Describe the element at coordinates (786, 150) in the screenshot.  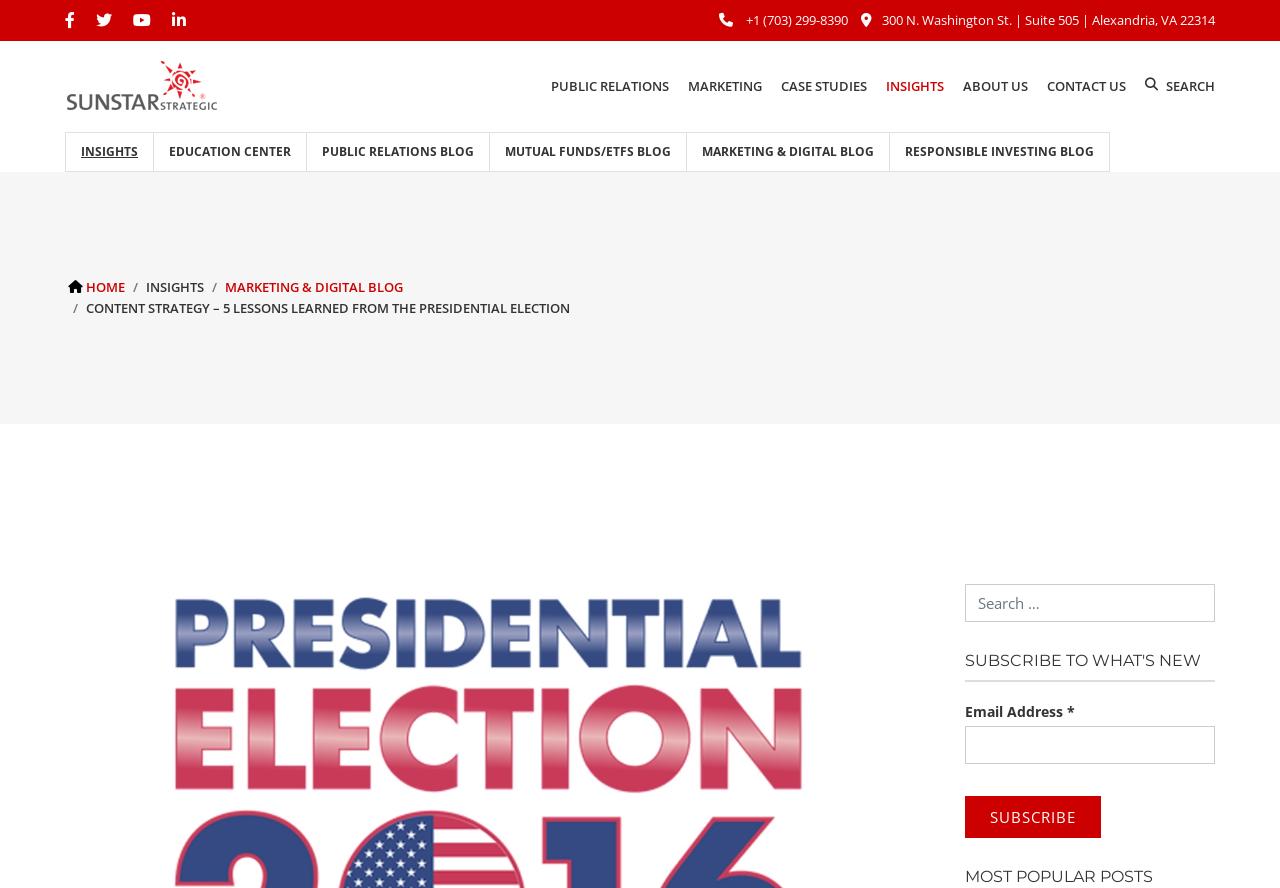
I see `'Marketing & Digital Blog'` at that location.